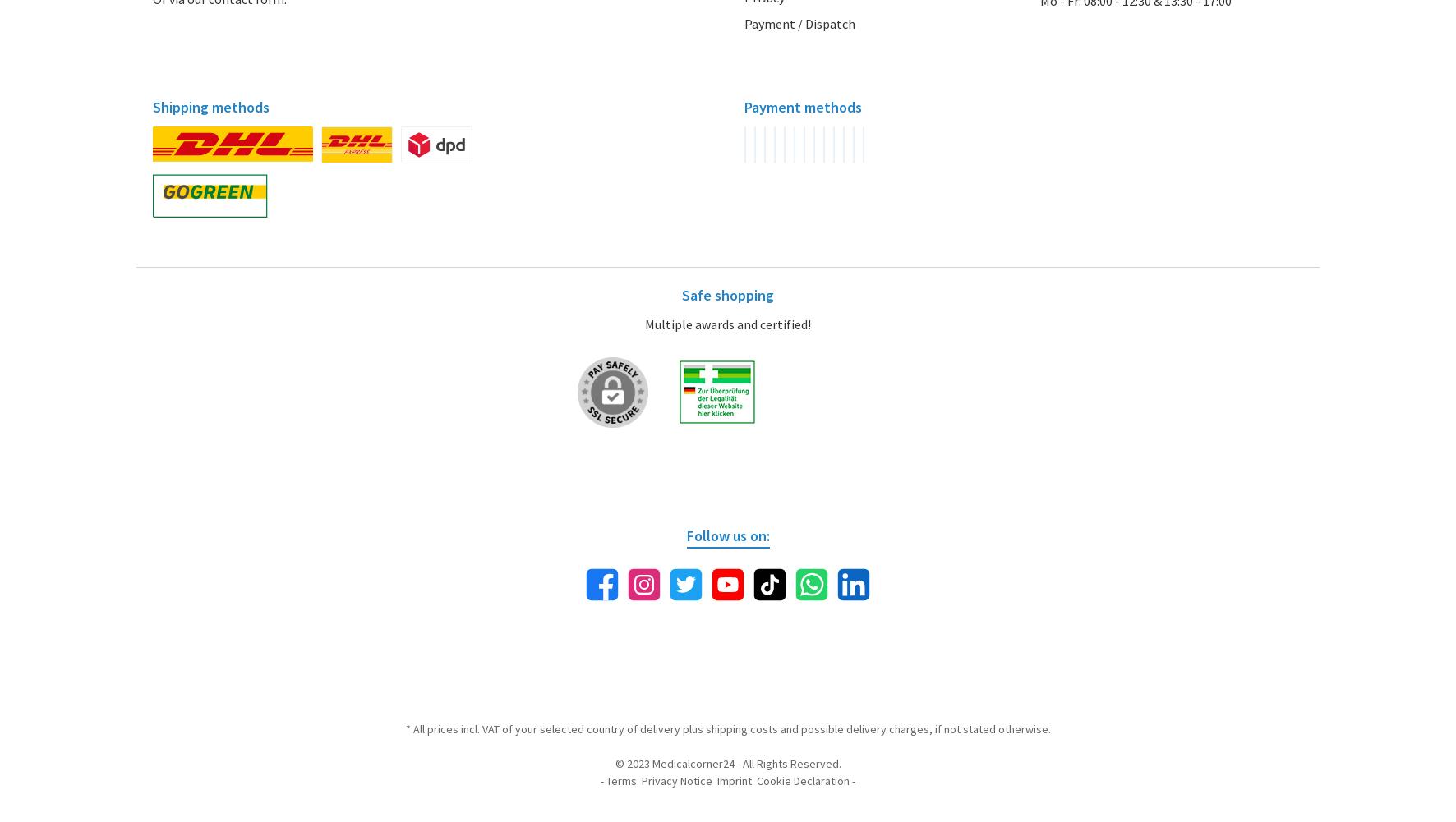 This screenshot has width=1456, height=822. What do you see at coordinates (733, 779) in the screenshot?
I see `'Imprint'` at bounding box center [733, 779].